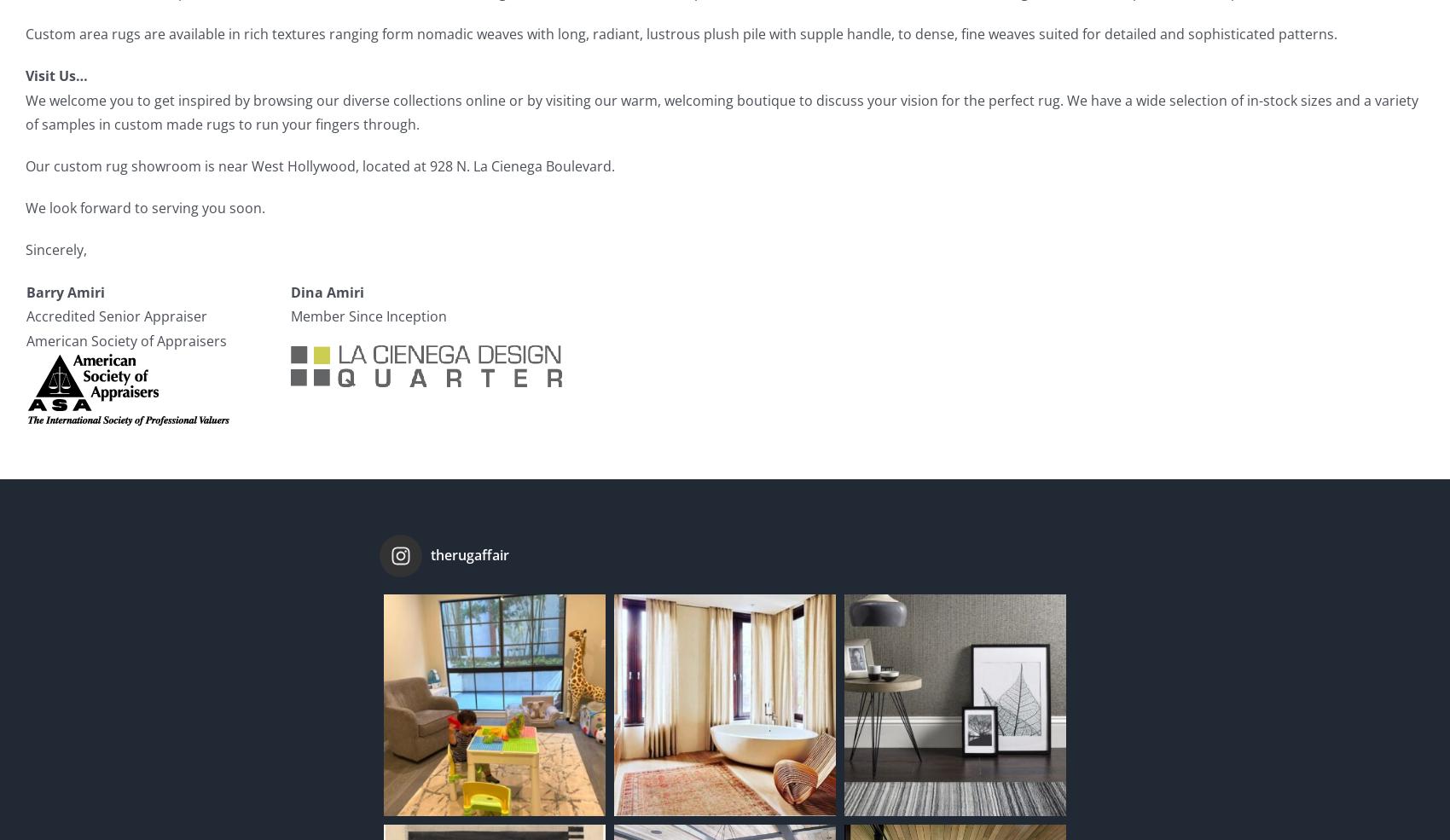 This screenshot has height=840, width=1450. I want to click on 'Our custom rug showroom is near West Hollywood, located at 928 N. La Cienega Boulevard.', so click(319, 166).